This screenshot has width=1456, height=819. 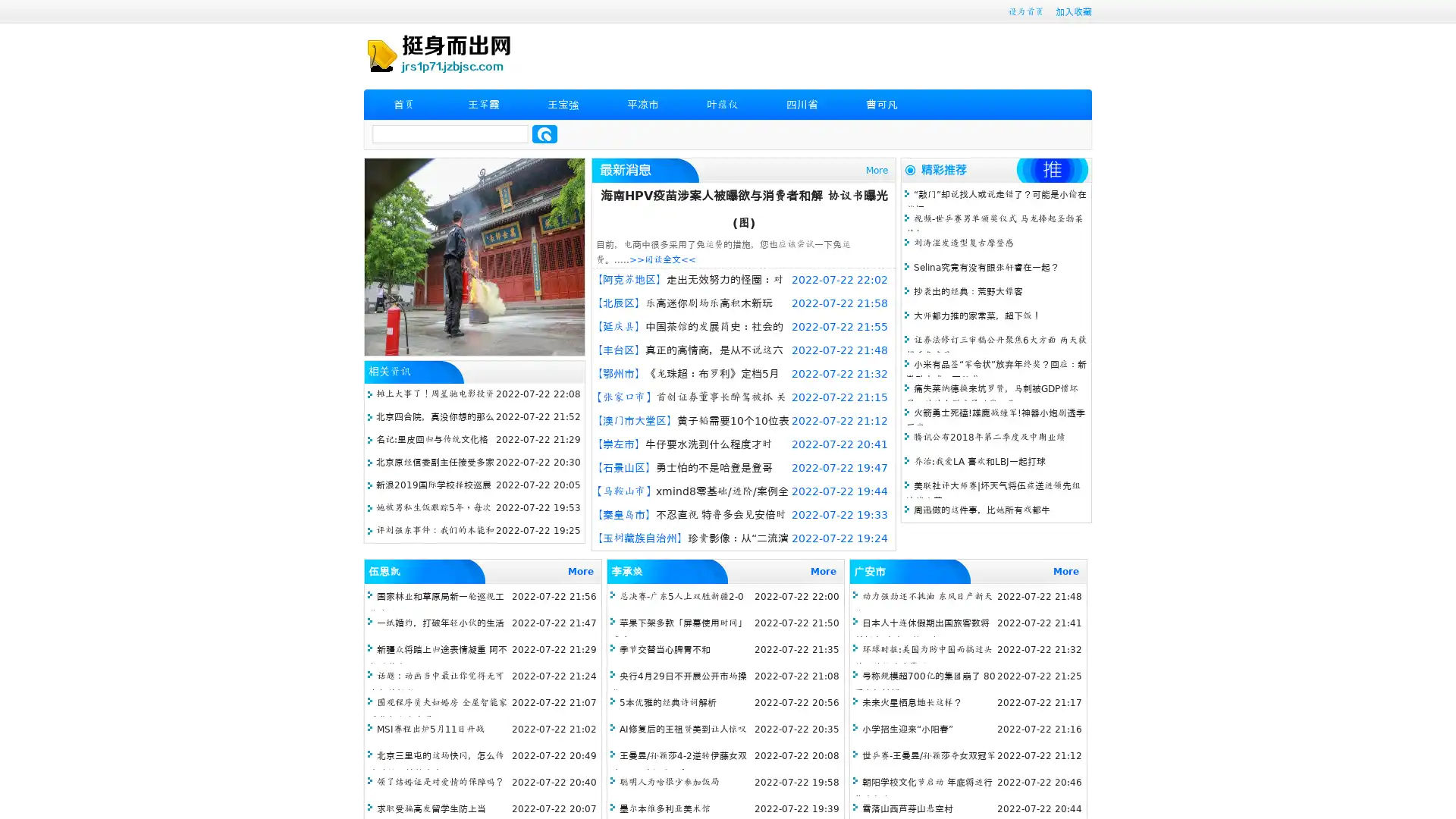 What do you see at coordinates (544, 133) in the screenshot?
I see `Search` at bounding box center [544, 133].